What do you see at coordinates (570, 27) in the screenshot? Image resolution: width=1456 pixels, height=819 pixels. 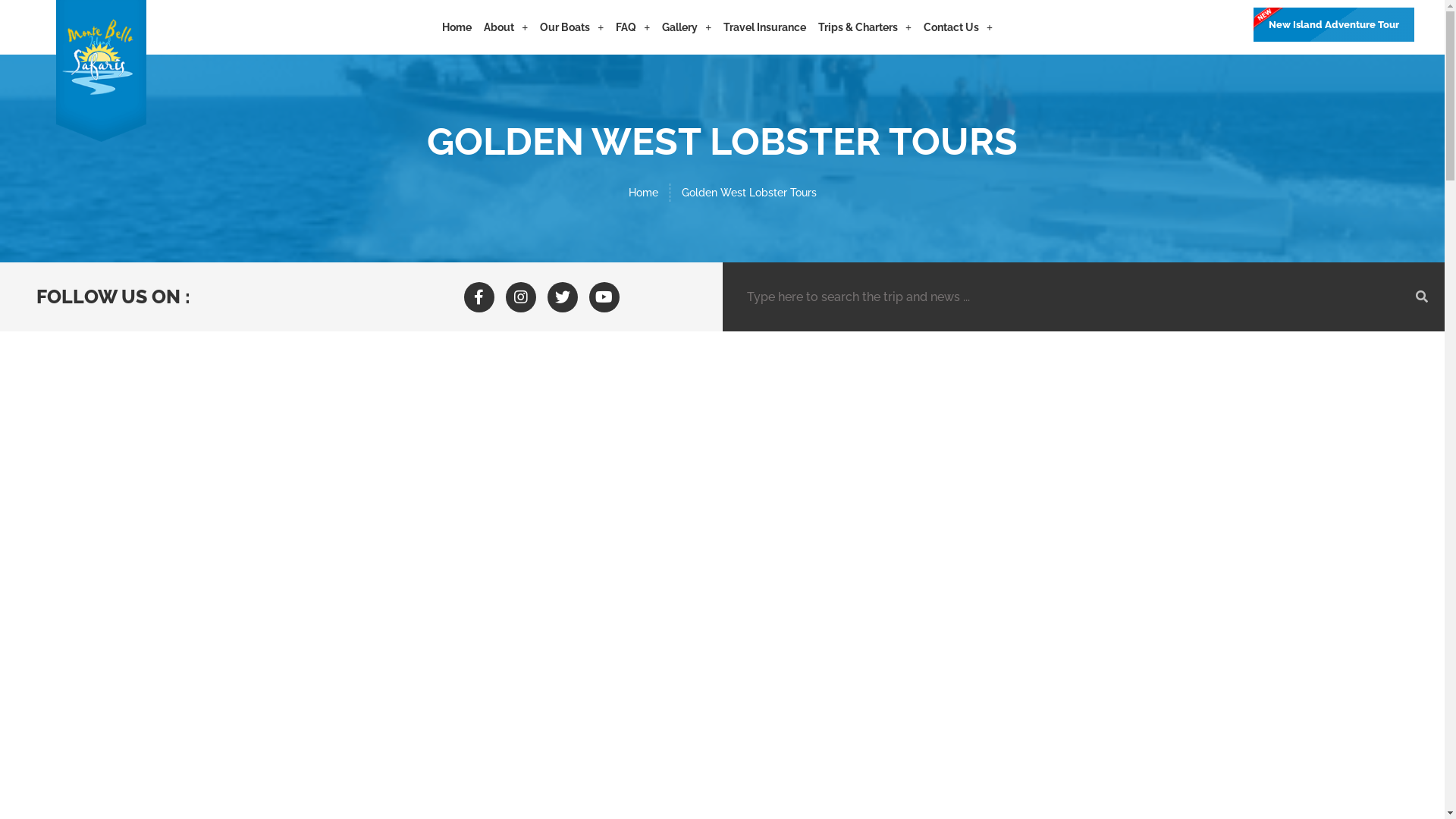 I see `'Our Boats'` at bounding box center [570, 27].